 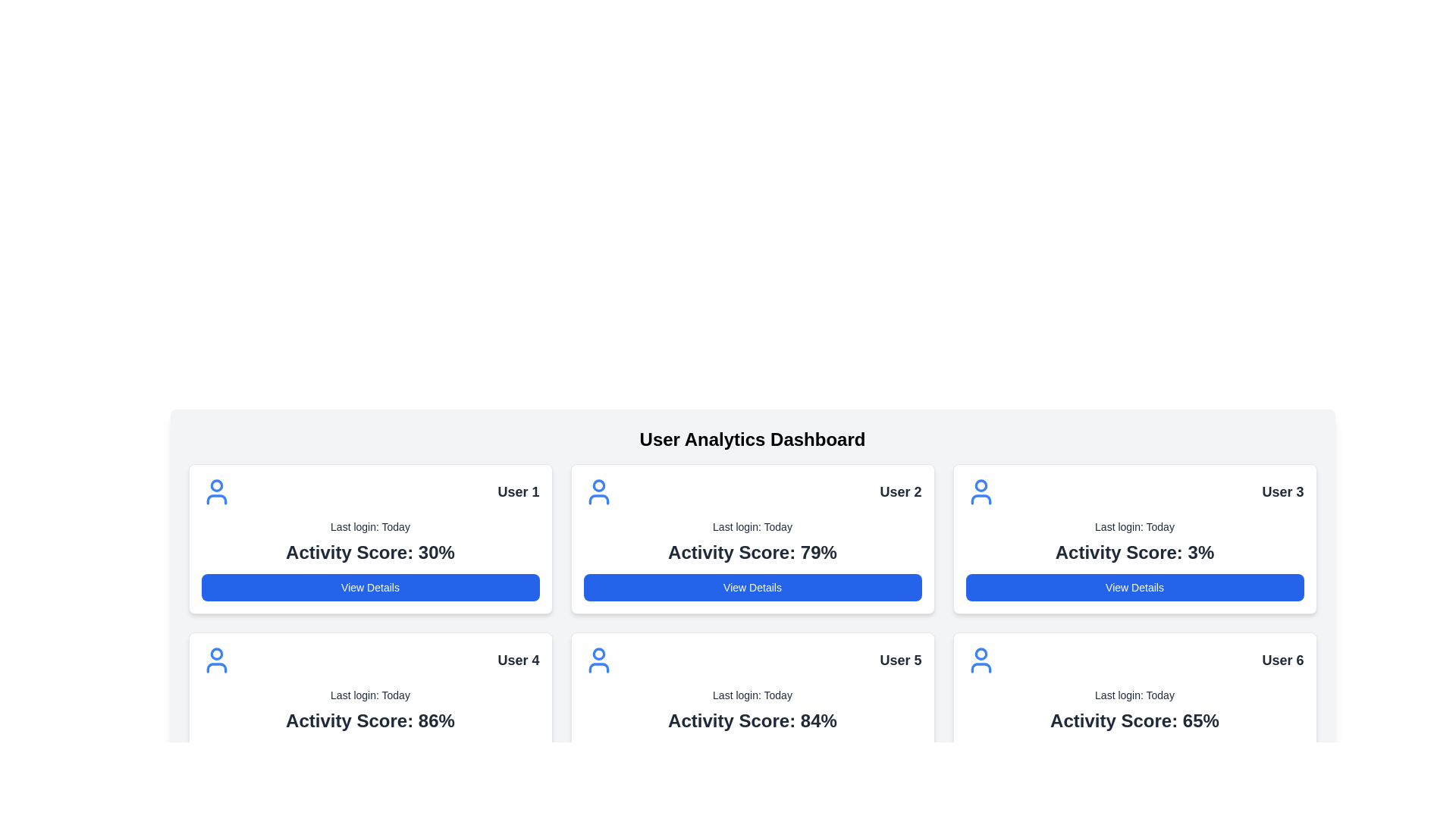 I want to click on the user icon with a blue outline that represents an individual, located in the top-left corner of the User 6 section, above 'Last login: Today' and to the left of 'User 6', so click(x=981, y=660).